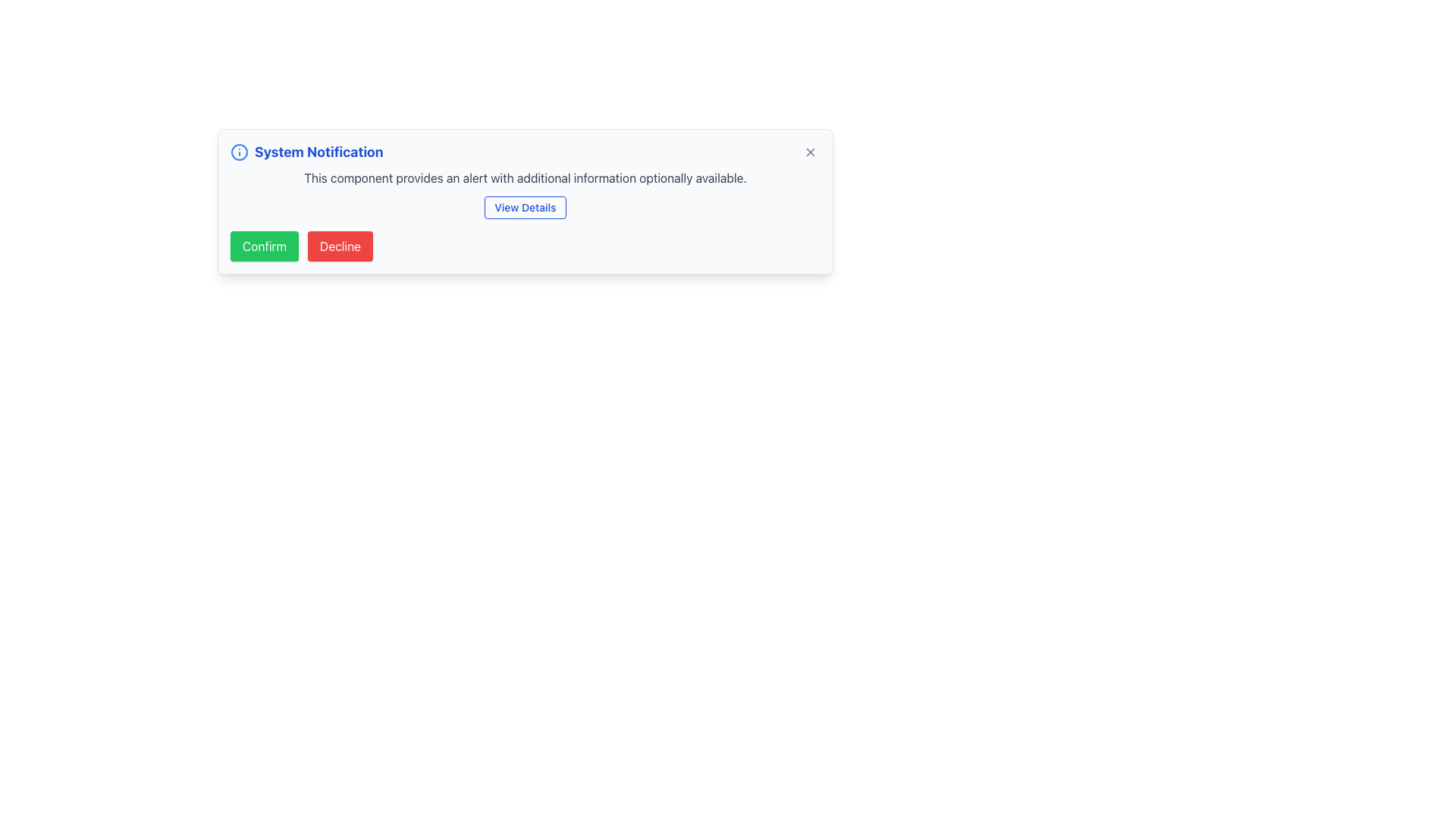 Image resolution: width=1456 pixels, height=819 pixels. What do you see at coordinates (525, 207) in the screenshot?
I see `the 'View Details' button with a blue border and blue font, located beneath the alert text and above the 'Confirm' and 'Decline' buttons` at bounding box center [525, 207].